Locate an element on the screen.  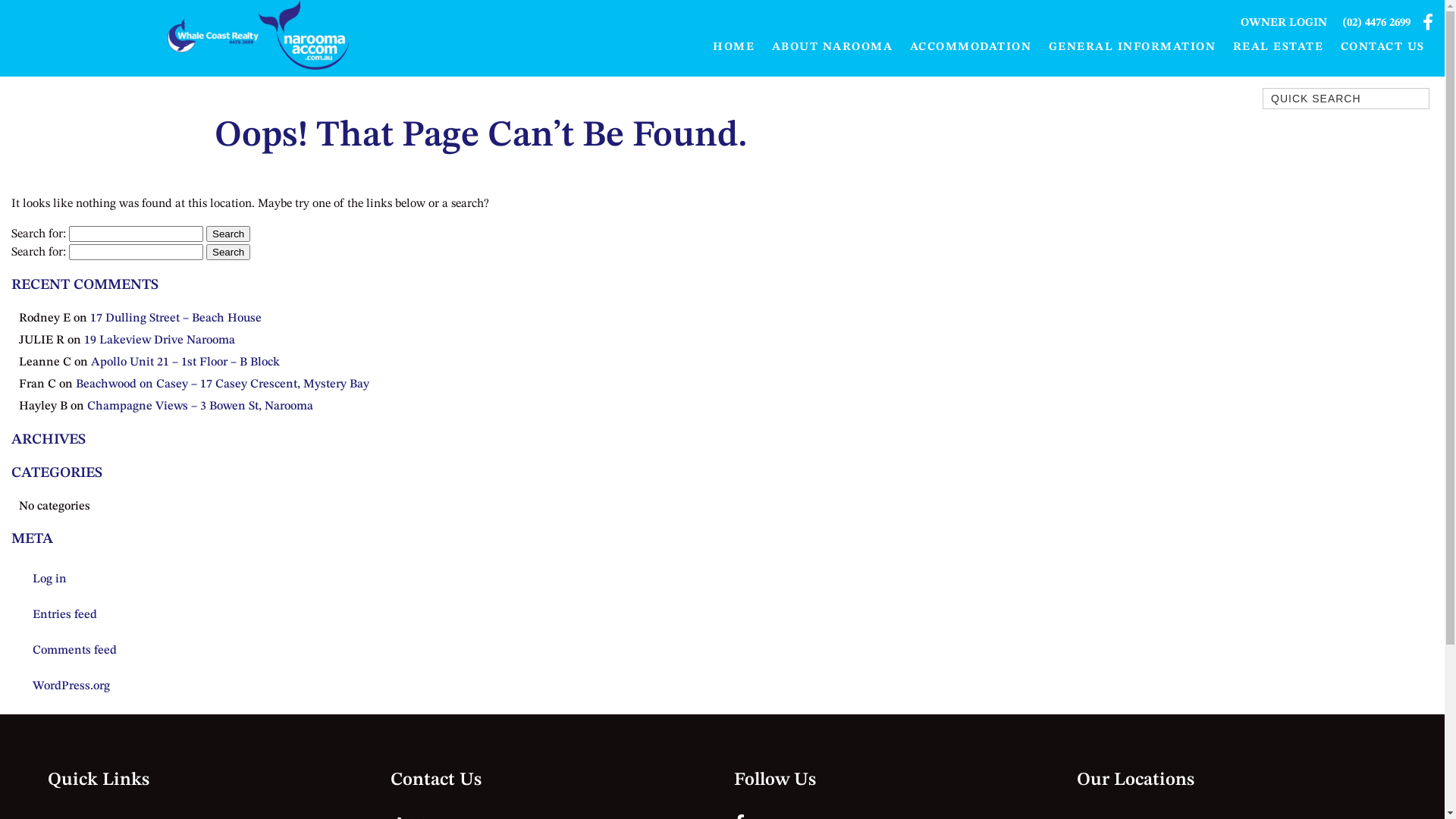
'OWNER LOGIN' is located at coordinates (1283, 23).